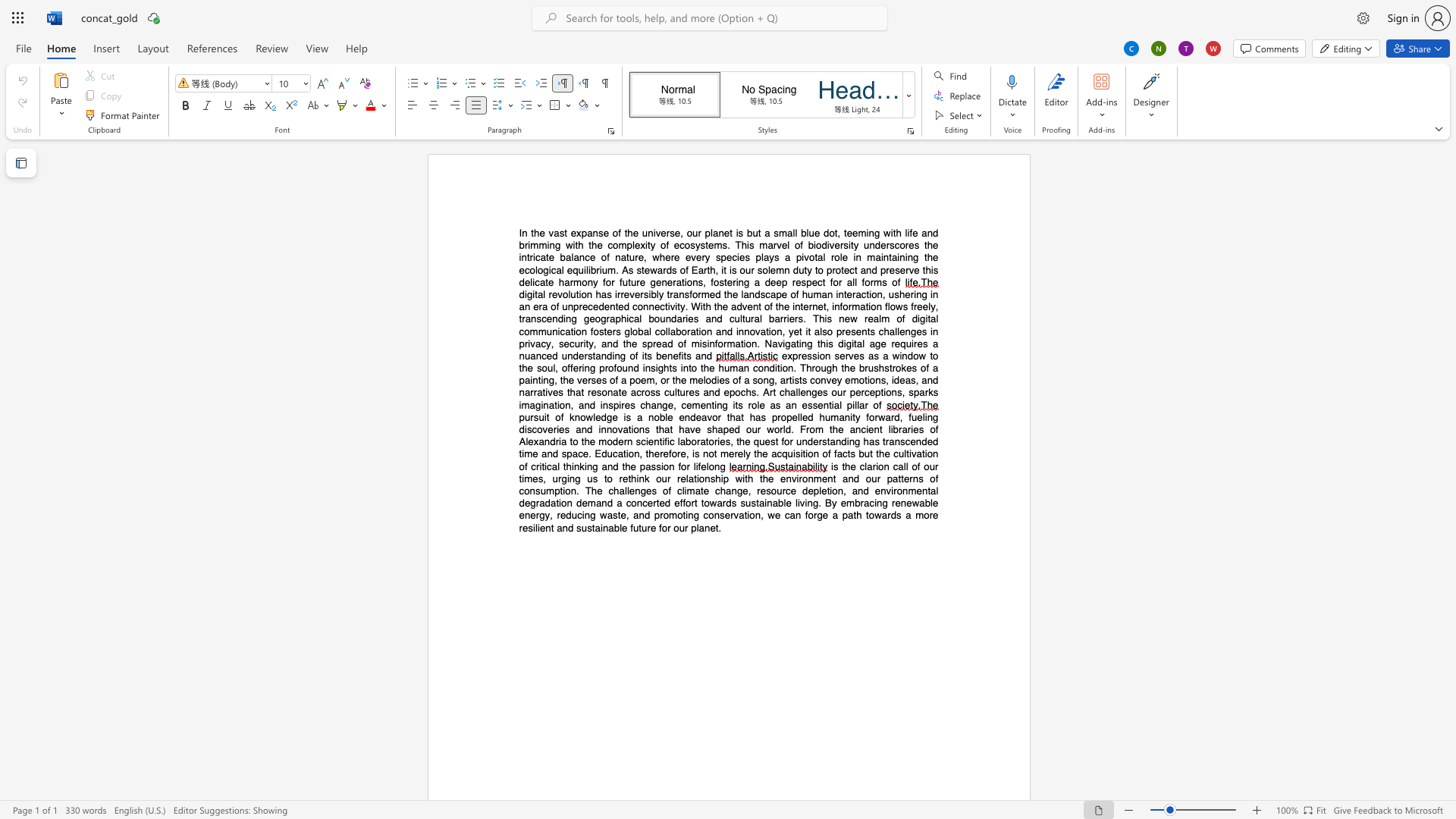 The image size is (1456, 819). What do you see at coordinates (650, 330) in the screenshot?
I see `the 13th character "l" in the text` at bounding box center [650, 330].